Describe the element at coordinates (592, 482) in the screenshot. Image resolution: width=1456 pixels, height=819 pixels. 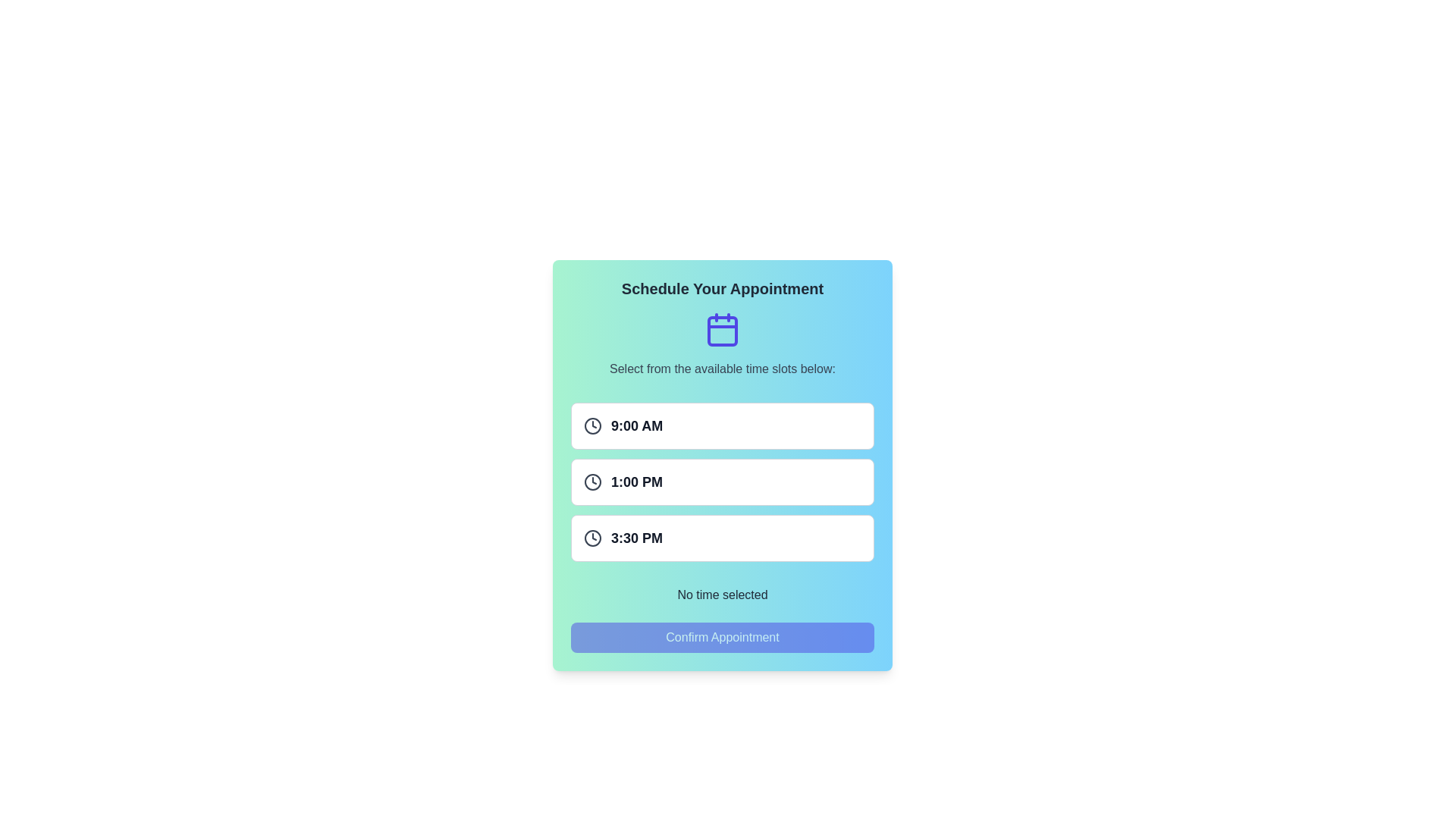
I see `the circular boundary of the clock icon associated with the second time slot, aligned with '1:00 PM'` at that location.